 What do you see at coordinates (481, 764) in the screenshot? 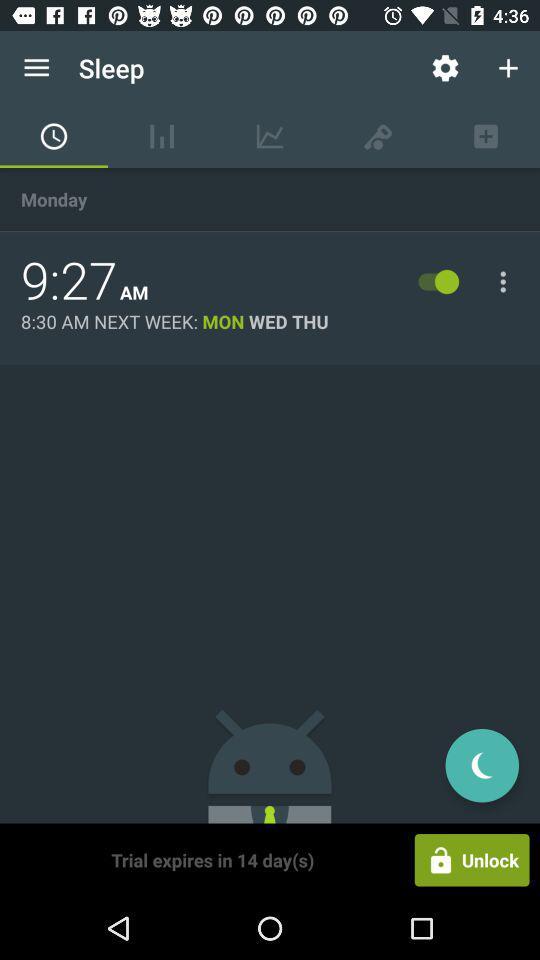
I see `night mode` at bounding box center [481, 764].